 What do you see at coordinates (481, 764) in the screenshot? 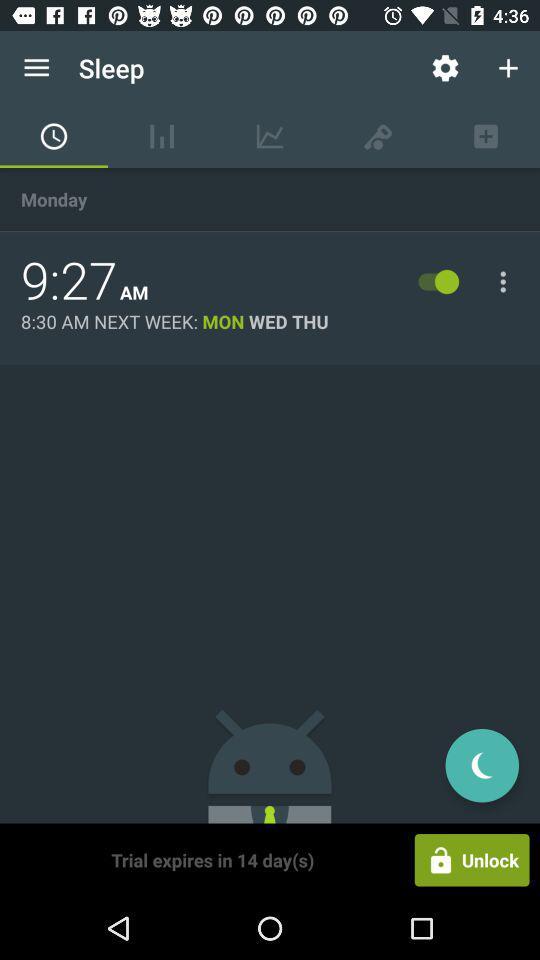
I see `night mode` at bounding box center [481, 764].